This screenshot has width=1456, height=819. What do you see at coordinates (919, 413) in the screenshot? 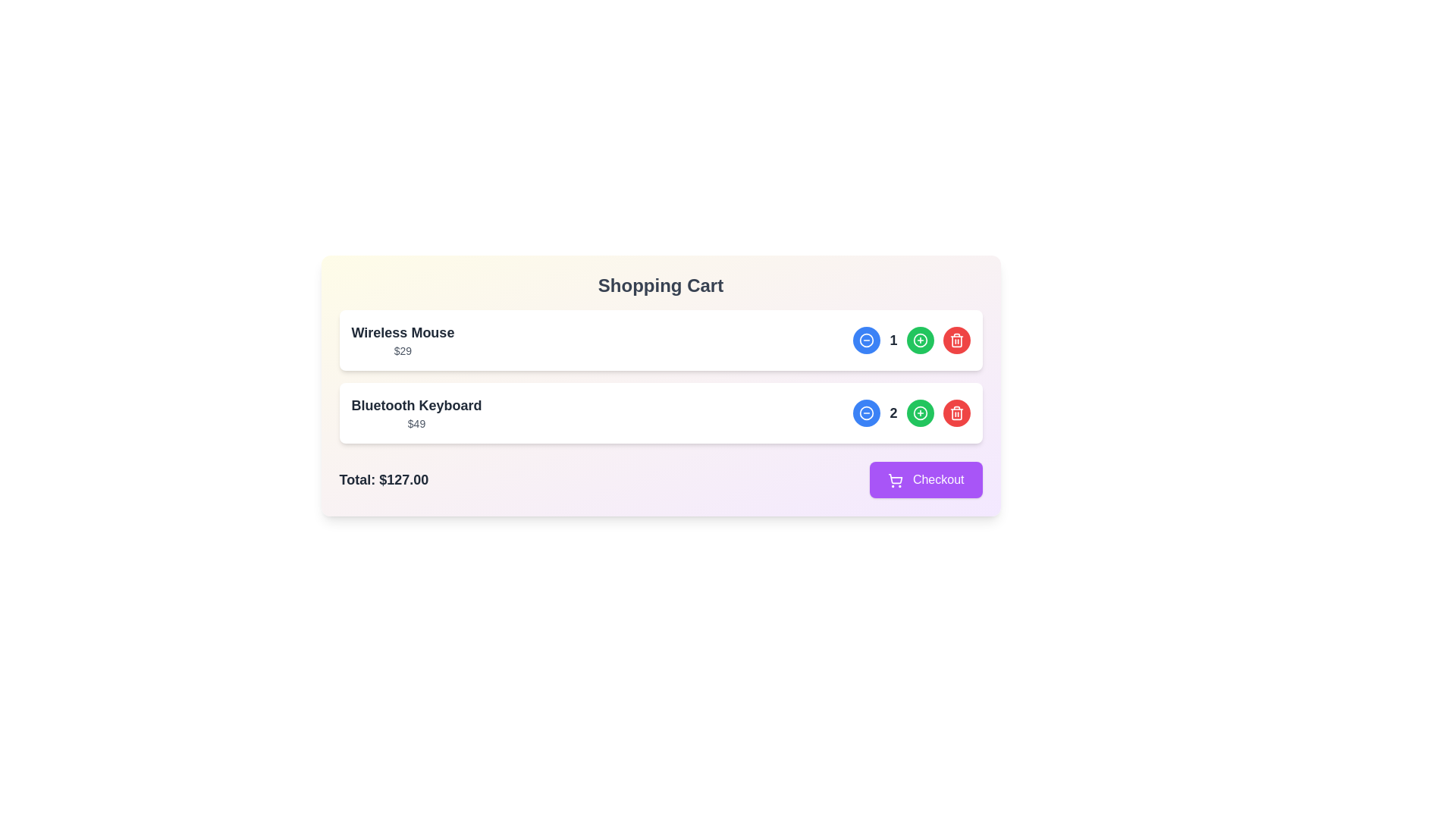
I see `the second green circular button with a 'plus' icon to increase the quantity of the 'Bluetooth Keyboard' in the shopping cart` at bounding box center [919, 413].